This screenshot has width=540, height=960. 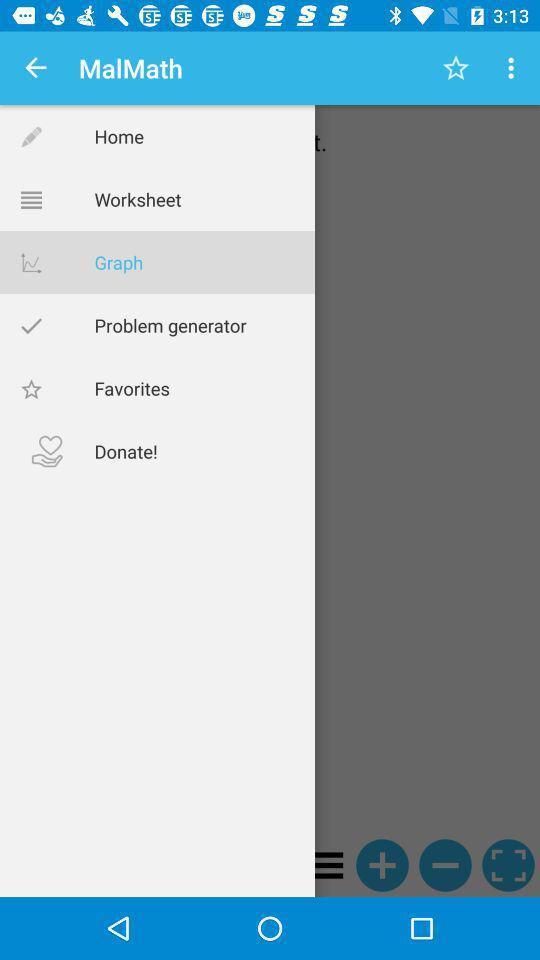 I want to click on the fullscreen icon, so click(x=508, y=864).